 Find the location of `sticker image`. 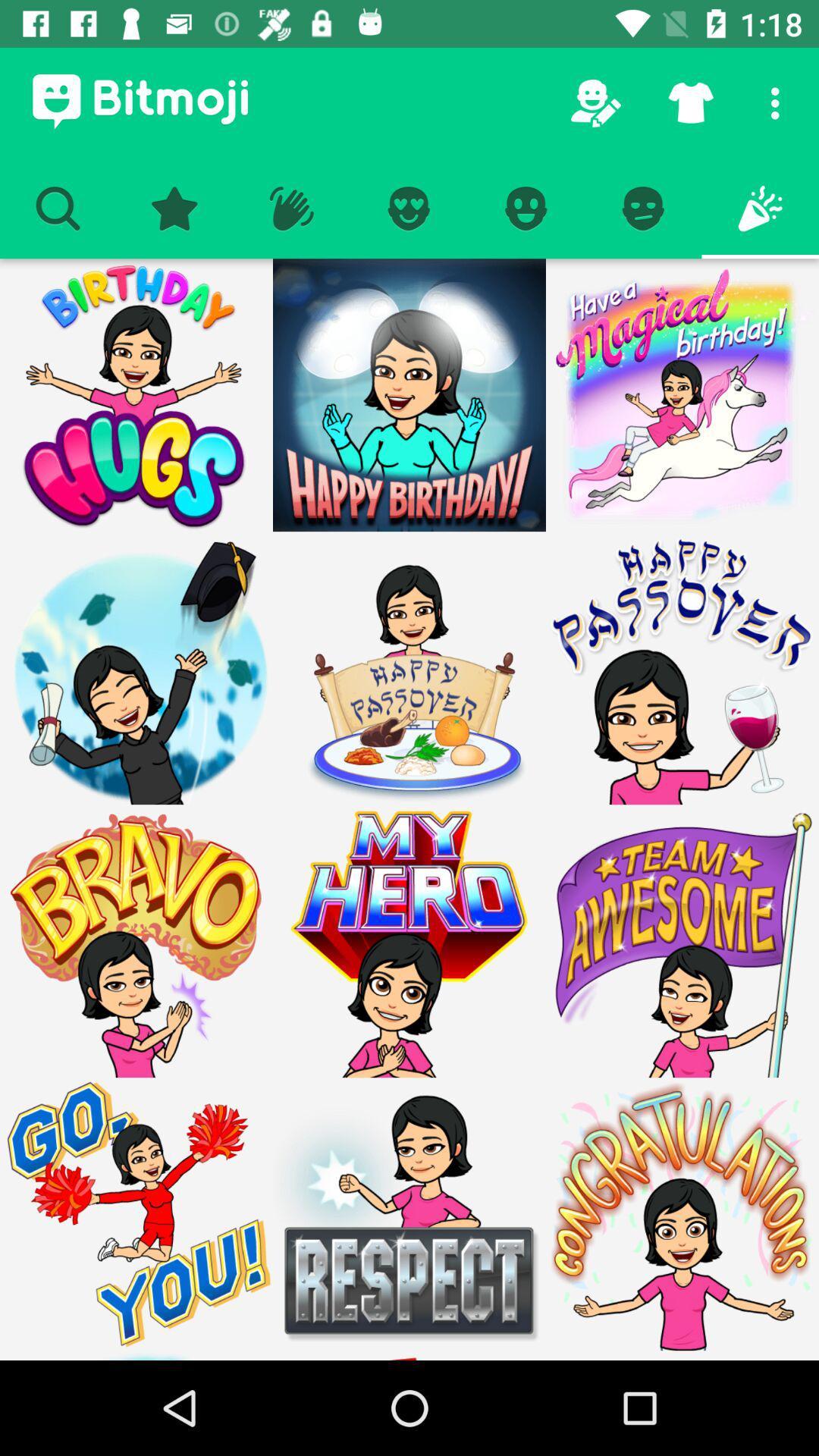

sticker image is located at coordinates (409, 667).